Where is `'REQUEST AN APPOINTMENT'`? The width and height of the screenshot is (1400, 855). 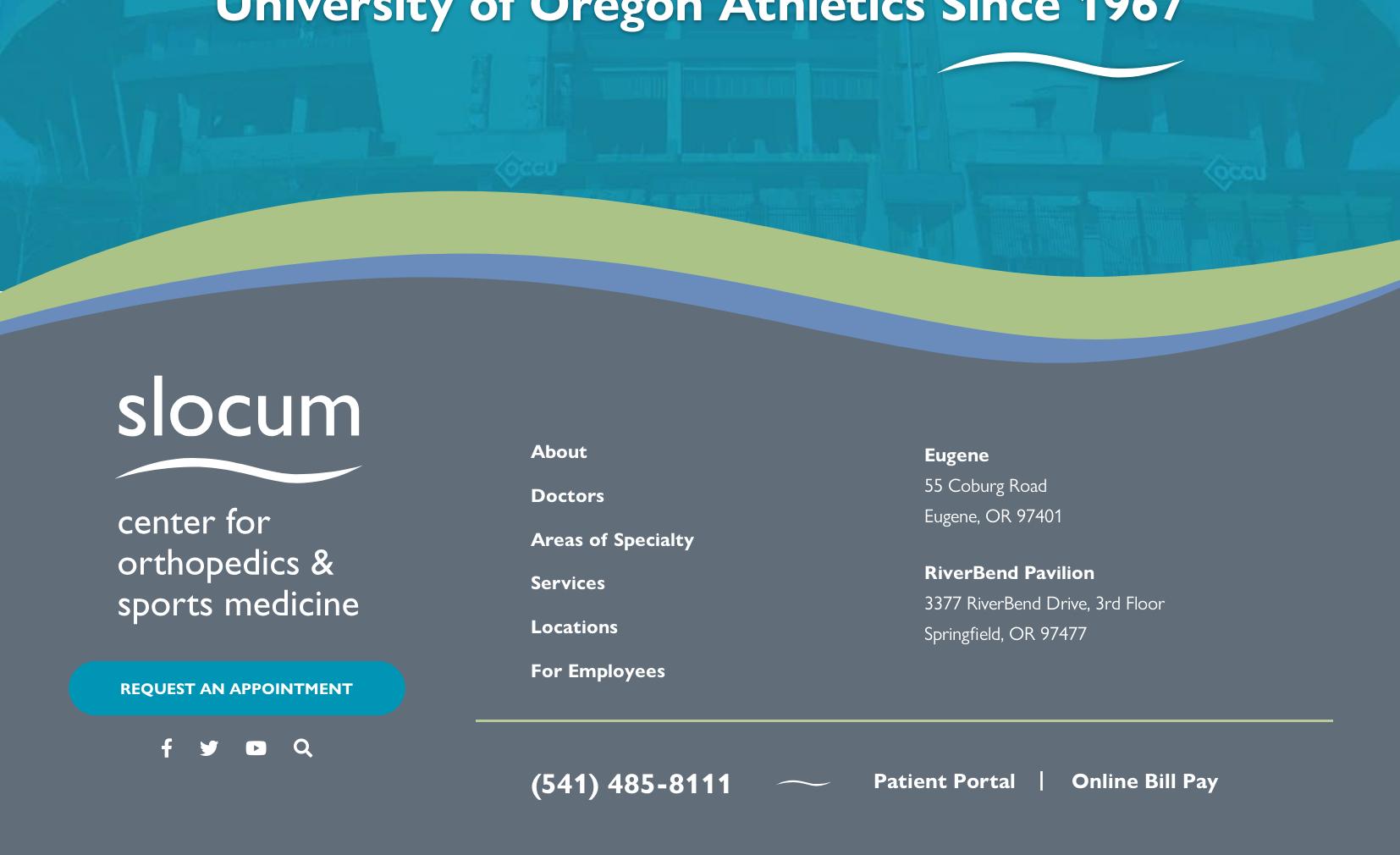 'REQUEST AN APPOINTMENT' is located at coordinates (235, 687).